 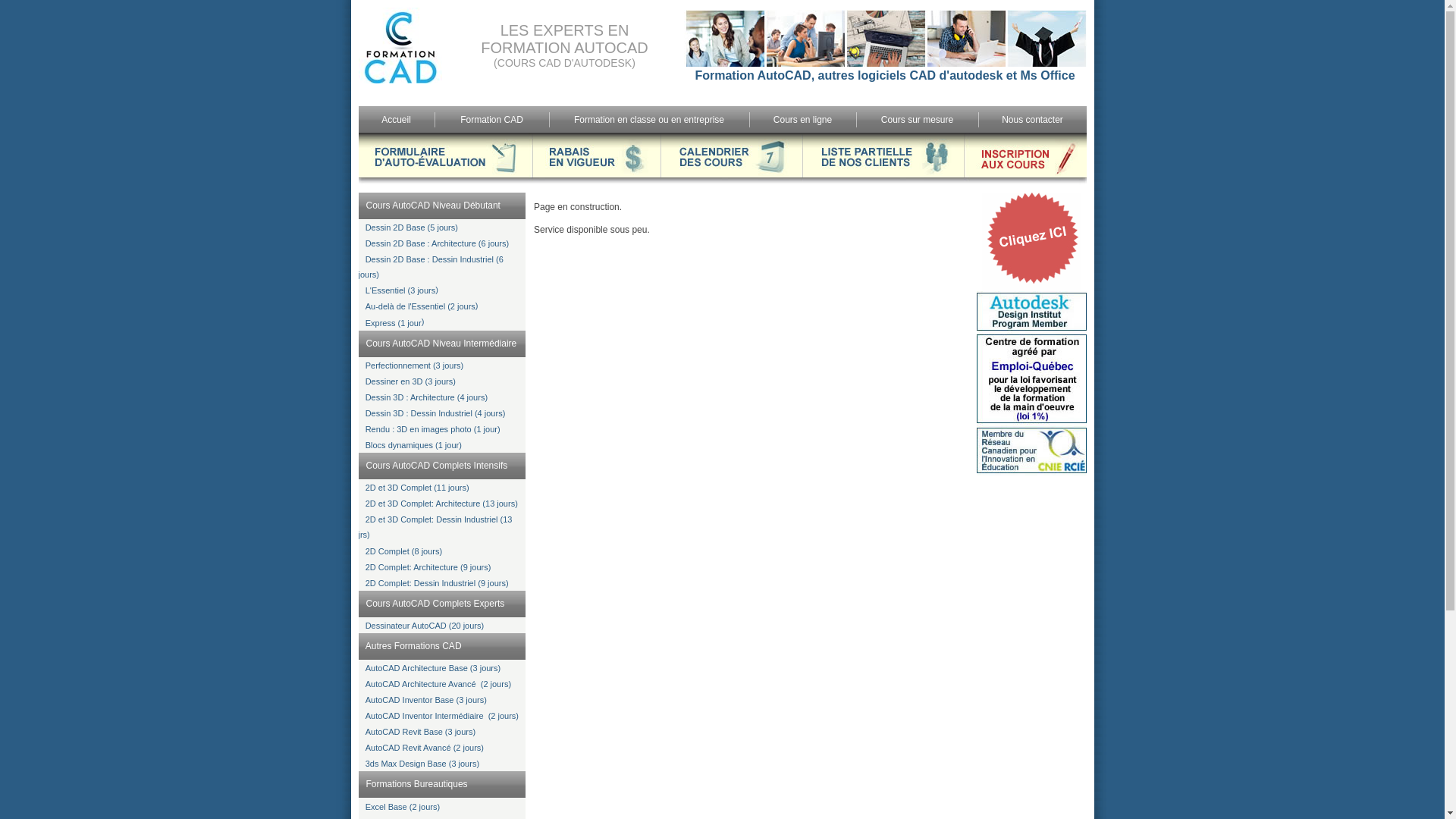 What do you see at coordinates (396, 118) in the screenshot?
I see `'Accueil'` at bounding box center [396, 118].